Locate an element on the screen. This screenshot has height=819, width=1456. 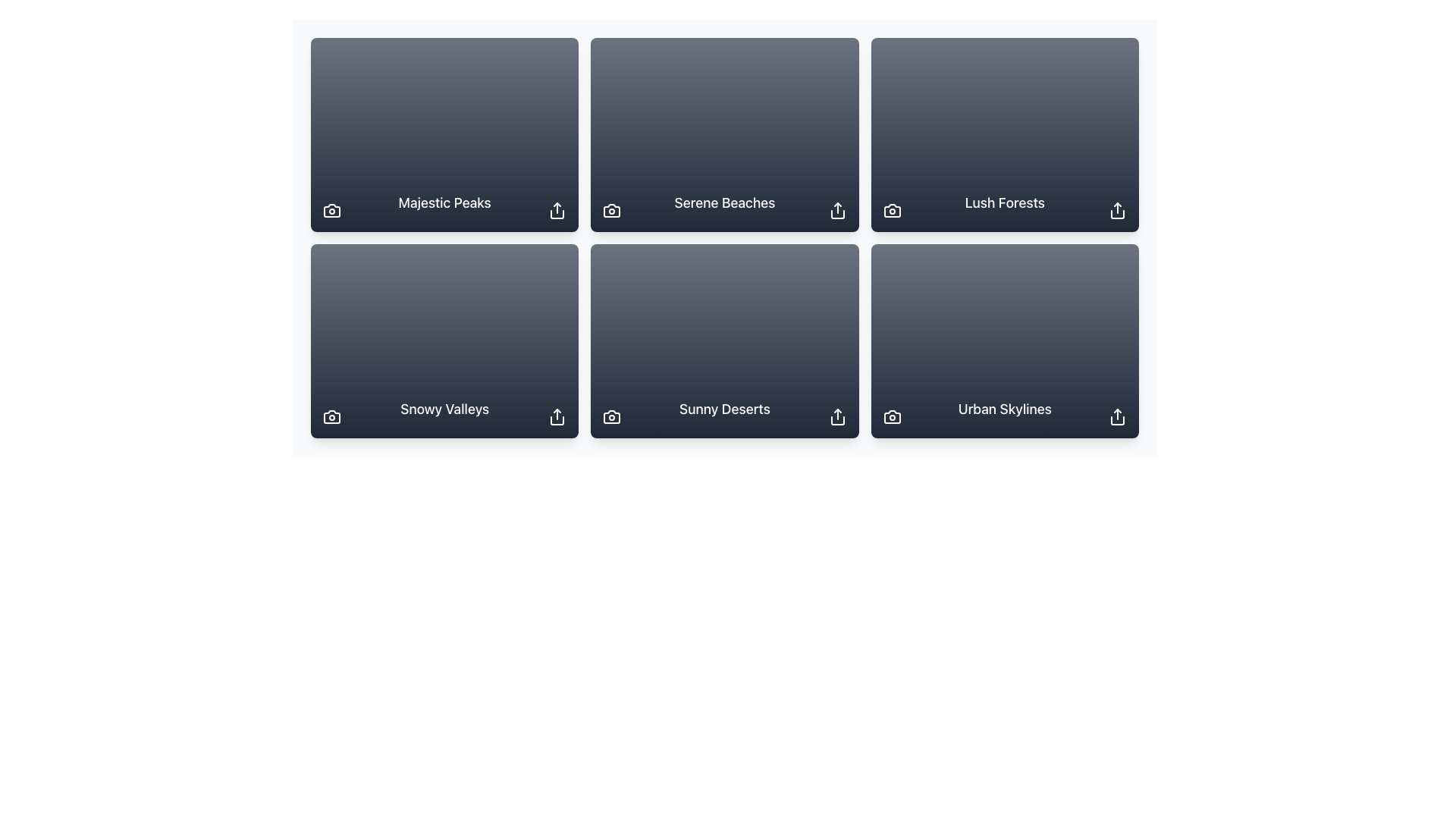
the camera icon with a white outline located at the bottom-left corner of the 'Urban Skylines' card is located at coordinates (892, 417).